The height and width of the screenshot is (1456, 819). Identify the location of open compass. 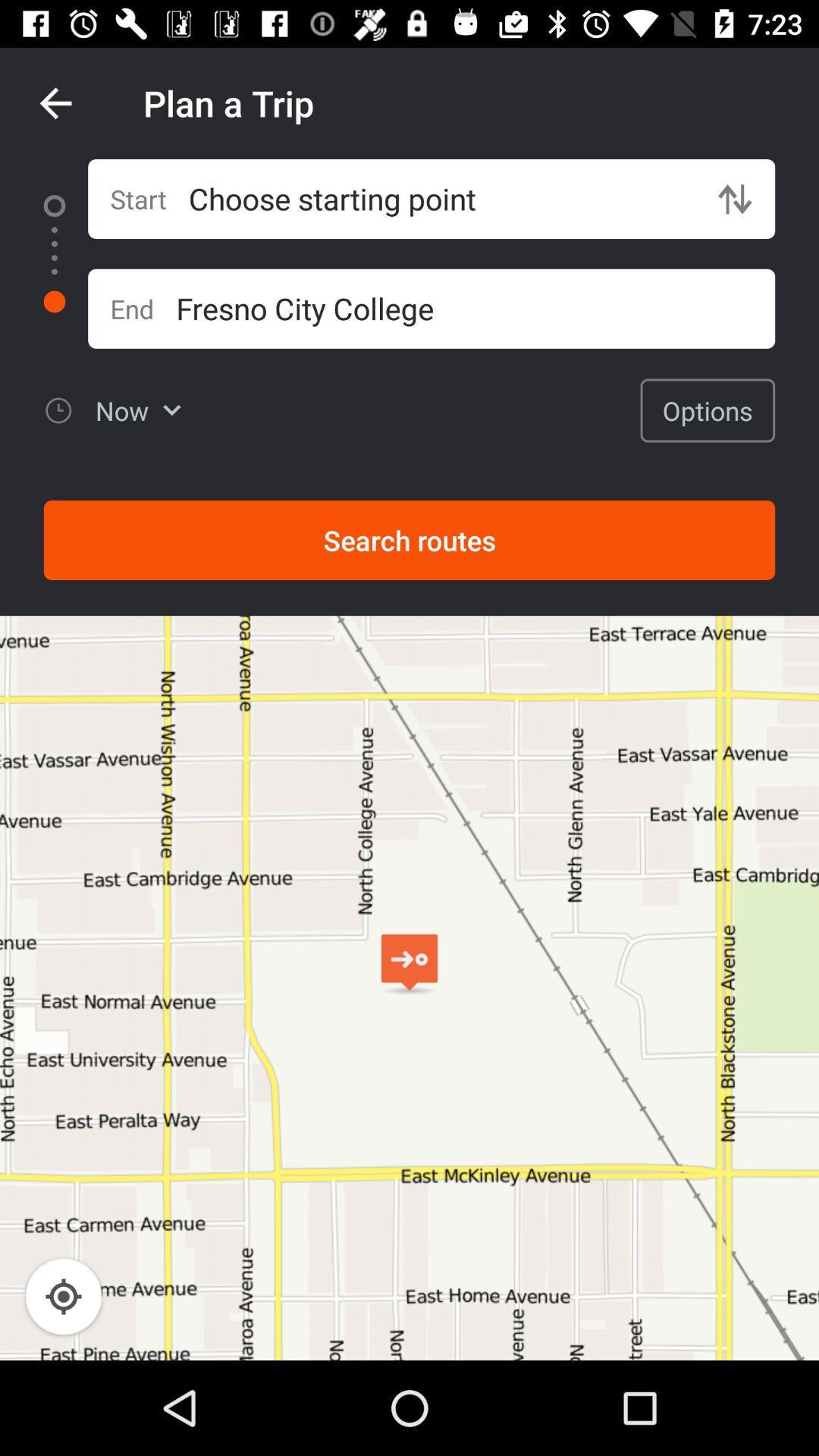
(63, 1295).